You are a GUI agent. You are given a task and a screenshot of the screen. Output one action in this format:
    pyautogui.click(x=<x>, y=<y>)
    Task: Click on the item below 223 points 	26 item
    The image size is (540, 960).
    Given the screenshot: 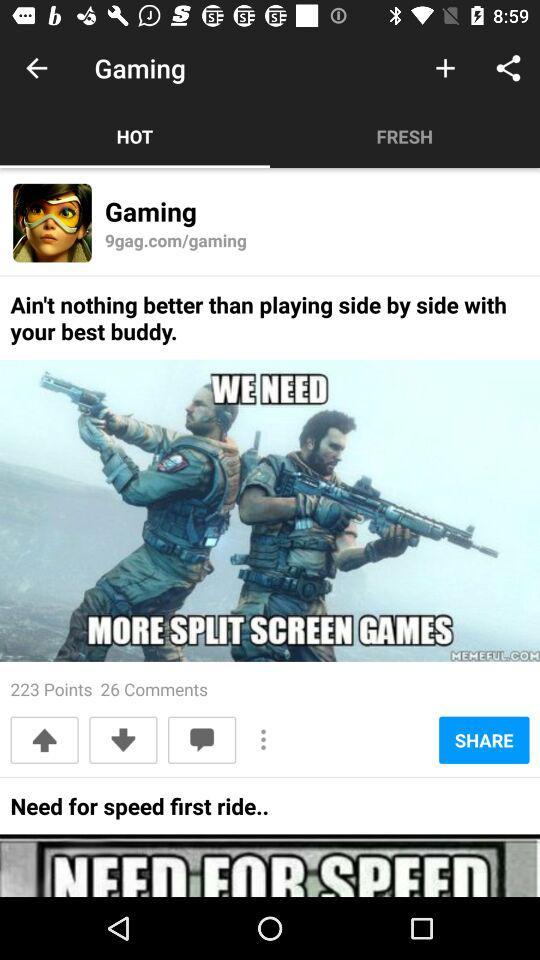 What is the action you would take?
    pyautogui.click(x=202, y=739)
    